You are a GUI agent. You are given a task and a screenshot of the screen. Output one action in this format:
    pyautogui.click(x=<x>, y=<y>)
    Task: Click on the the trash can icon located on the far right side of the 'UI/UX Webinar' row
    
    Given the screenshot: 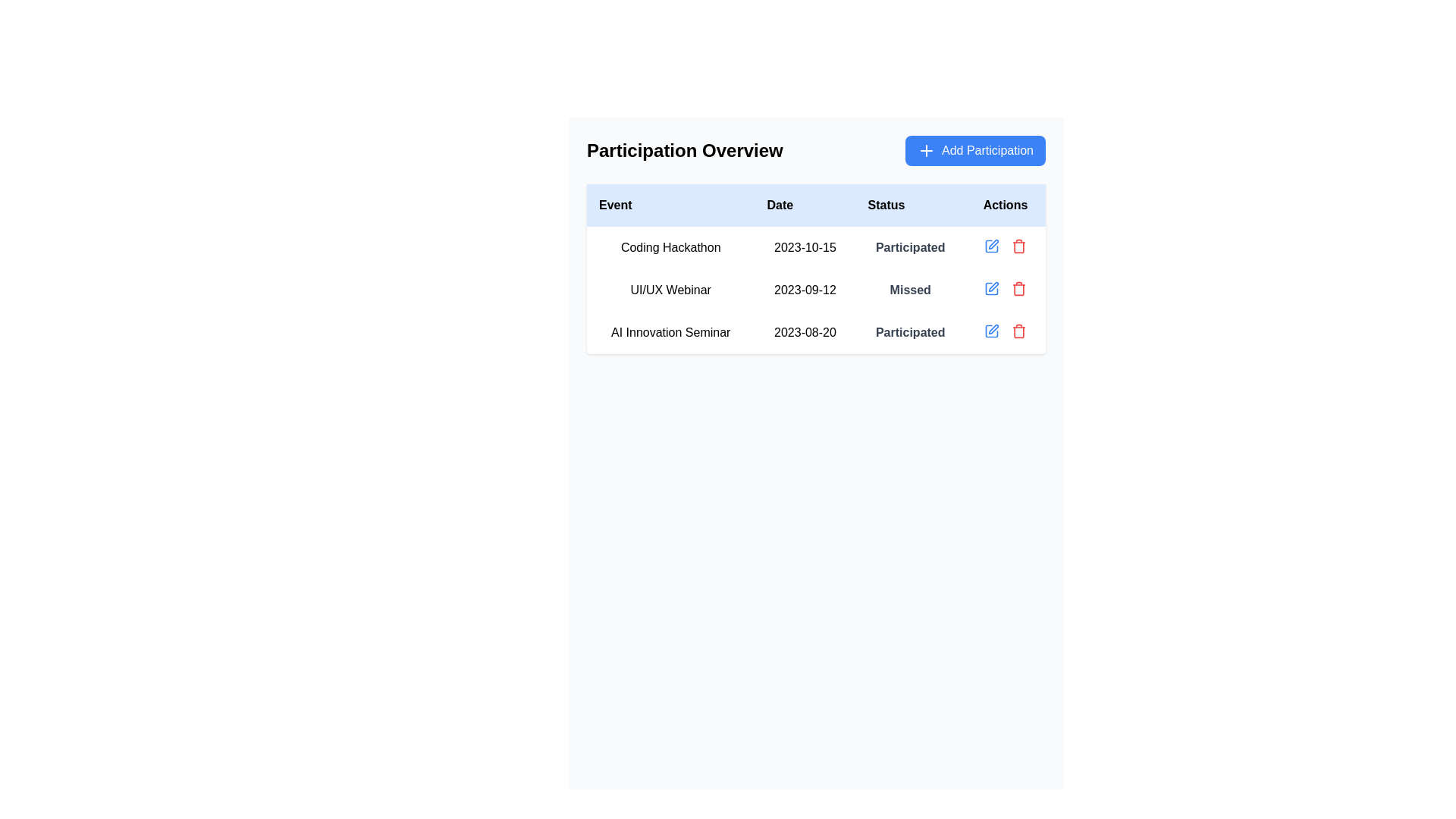 What is the action you would take?
    pyautogui.click(x=1019, y=246)
    